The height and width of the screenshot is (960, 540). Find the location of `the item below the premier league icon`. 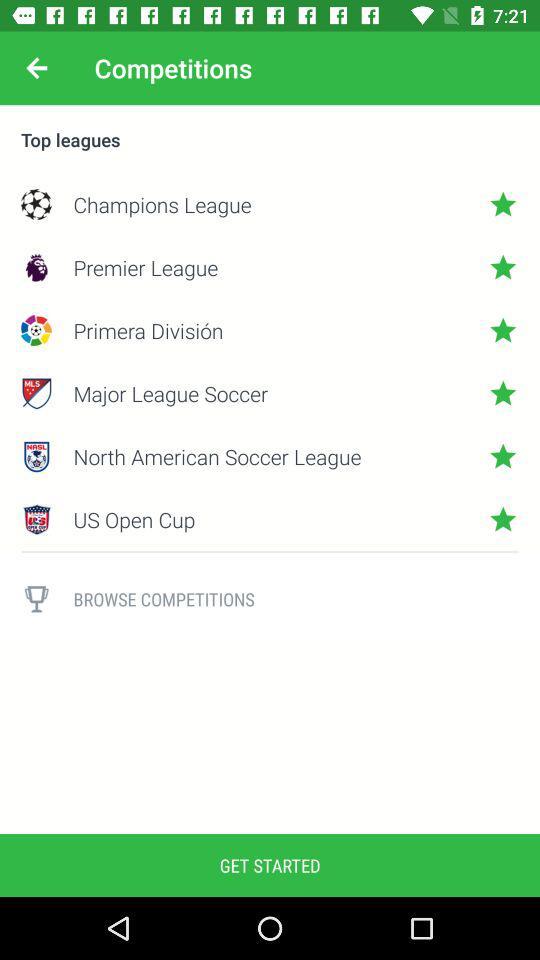

the item below the premier league icon is located at coordinates (270, 330).